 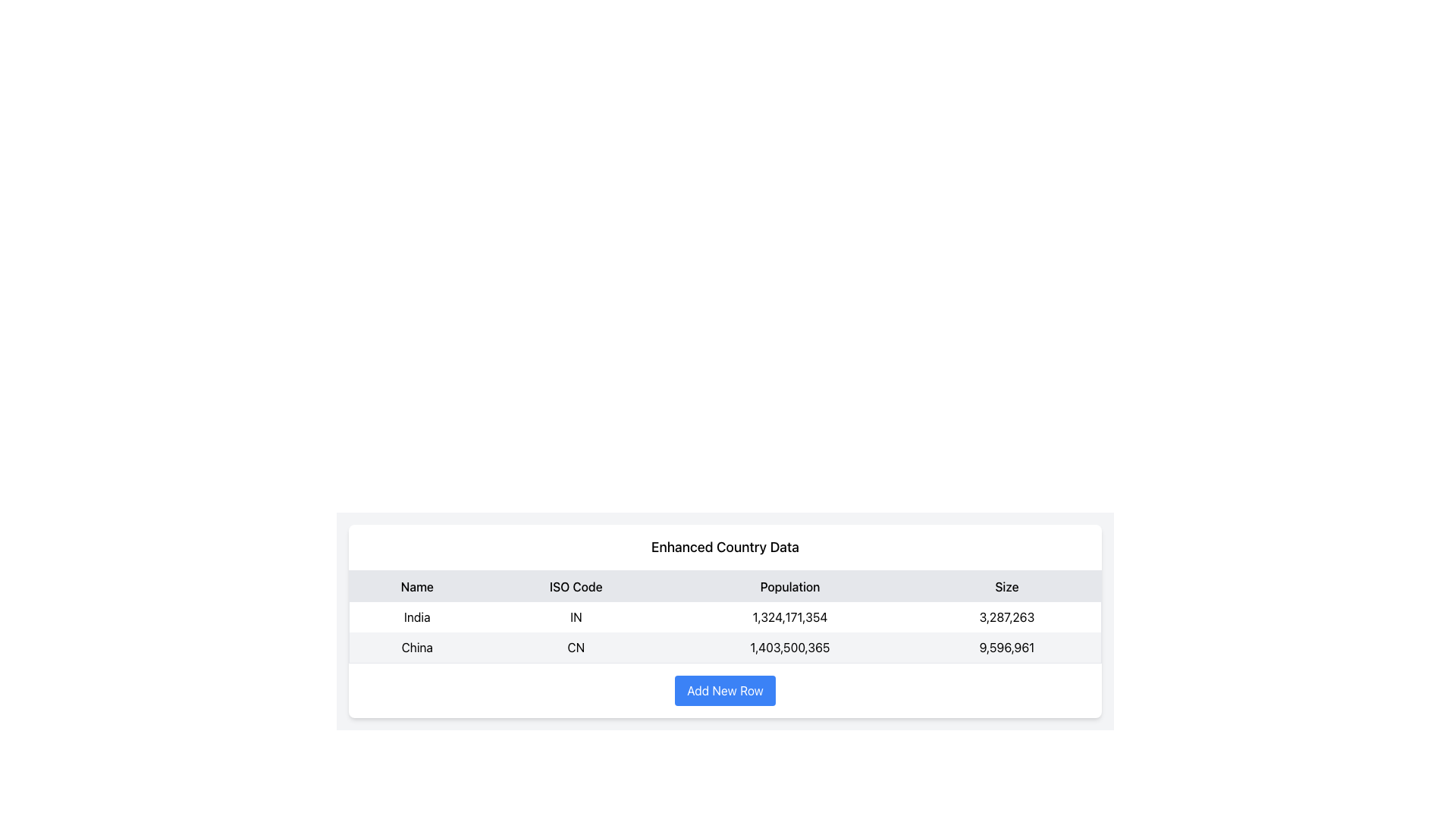 I want to click on the rightmost cell in the second row of the table displaying the text '9,596,961' to highlight it, so click(x=1007, y=648).